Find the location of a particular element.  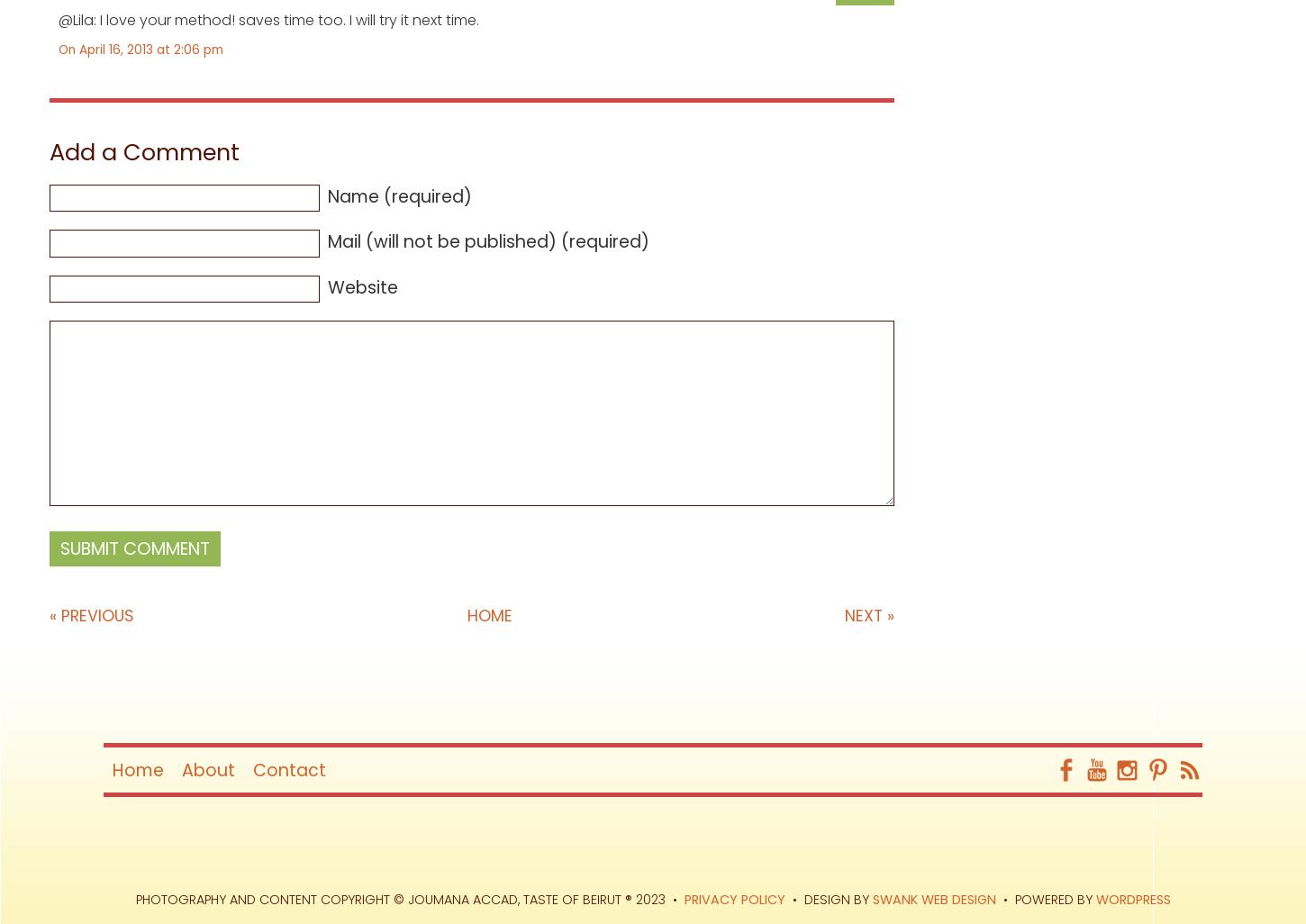

'Powered by' is located at coordinates (1054, 899).